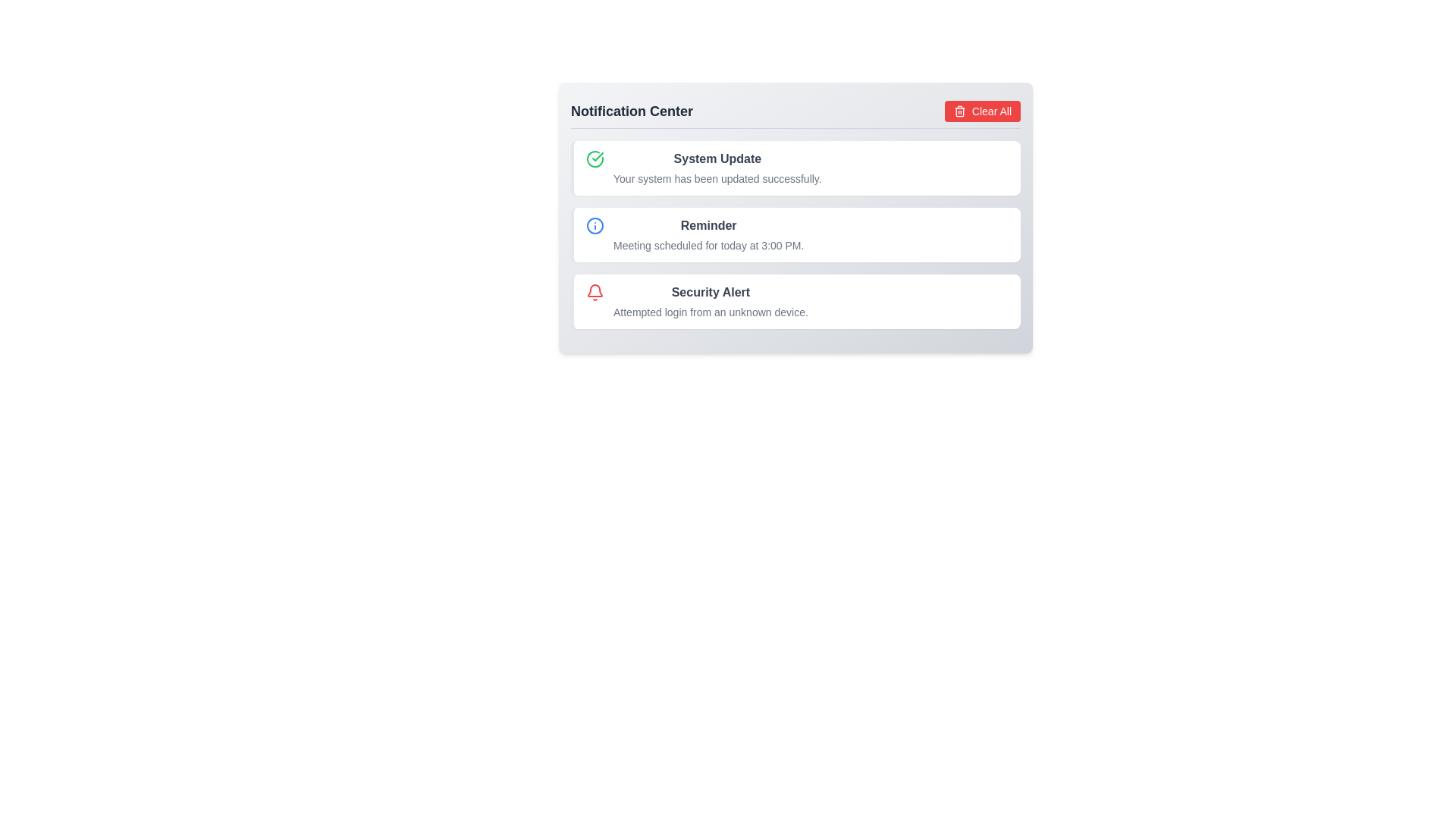 The image size is (1456, 819). Describe the element at coordinates (717, 158) in the screenshot. I see `the Text label that serves as the title of the notification message, located at the top of the notification panel above the descriptive text about the system update` at that location.